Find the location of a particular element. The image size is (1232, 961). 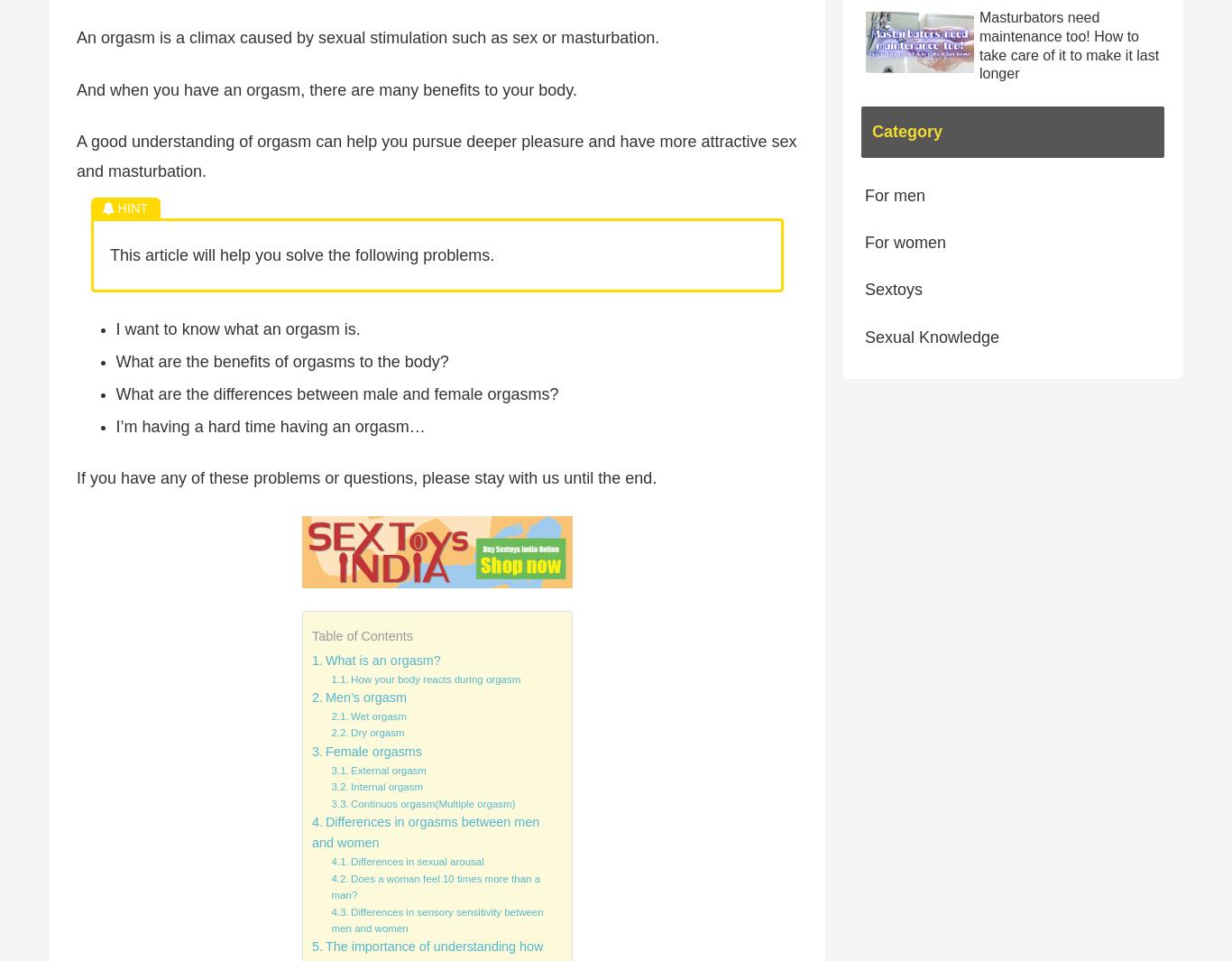

'If you have any of these problems or questions, please stay with us until the end.' is located at coordinates (365, 477).